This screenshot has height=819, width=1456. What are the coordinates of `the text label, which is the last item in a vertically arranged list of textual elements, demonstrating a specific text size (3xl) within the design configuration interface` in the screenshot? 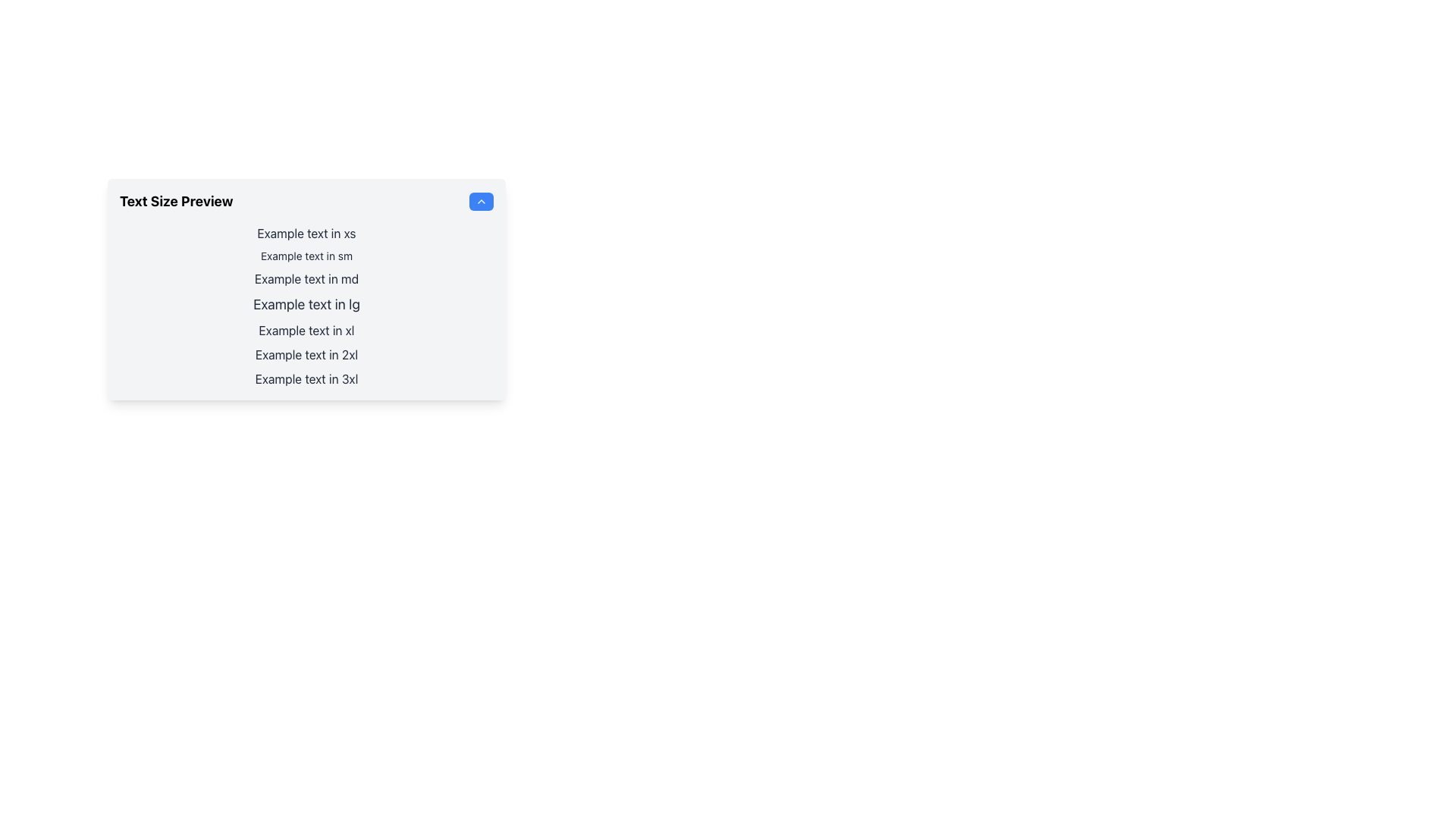 It's located at (306, 378).